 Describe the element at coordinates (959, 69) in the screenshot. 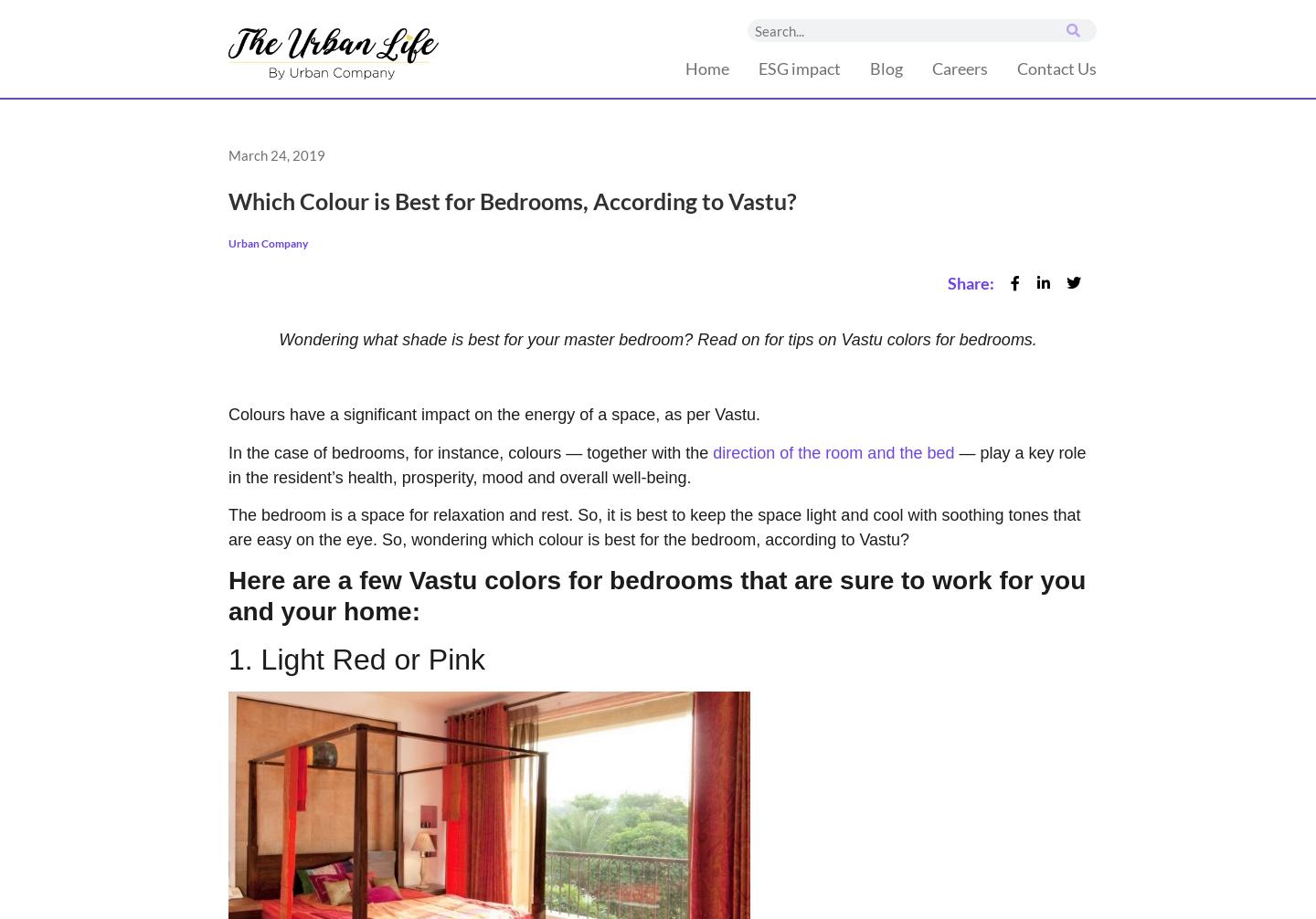

I see `'Careers'` at that location.